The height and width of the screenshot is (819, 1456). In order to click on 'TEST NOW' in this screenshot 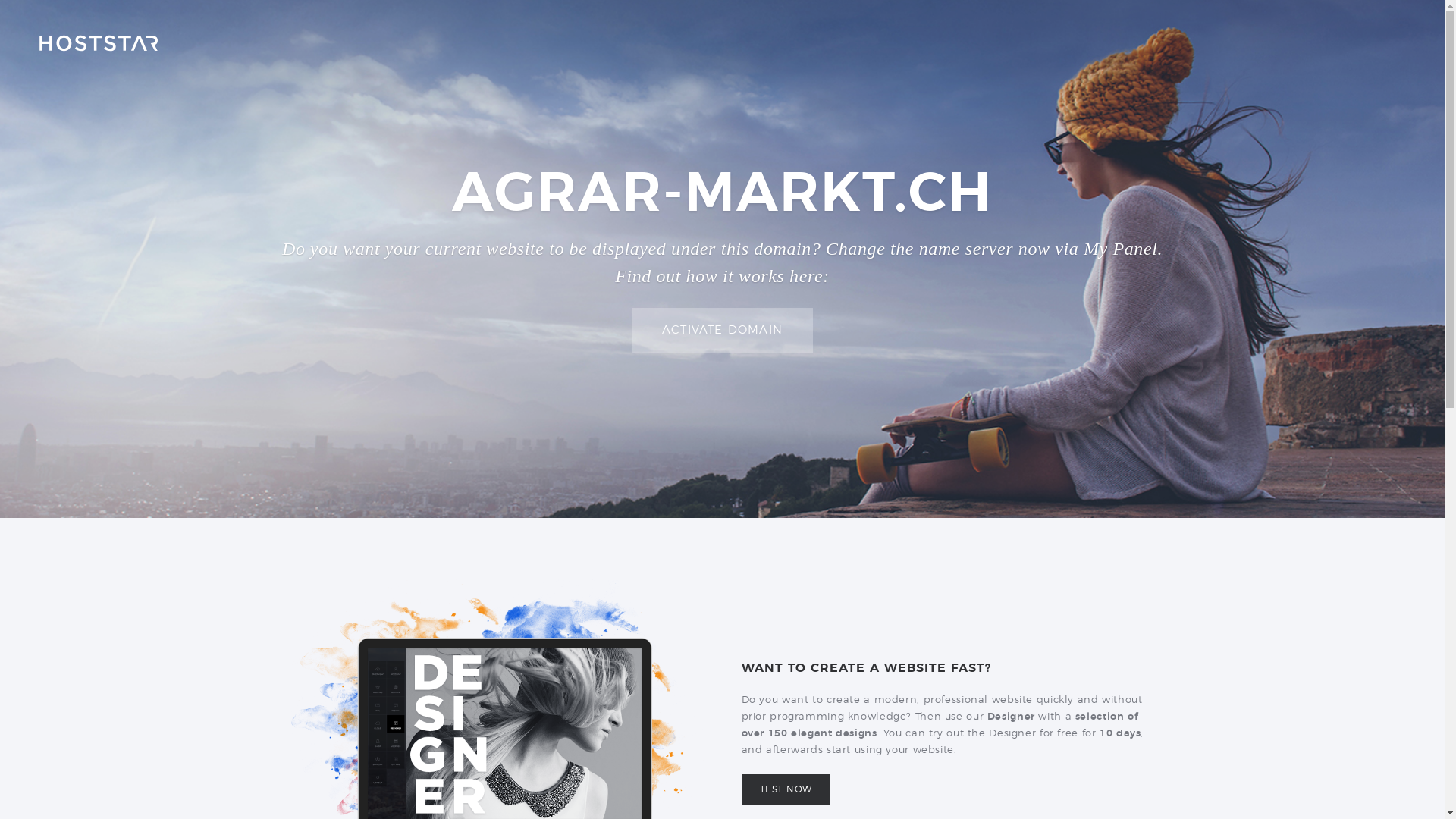, I will do `click(786, 789)`.